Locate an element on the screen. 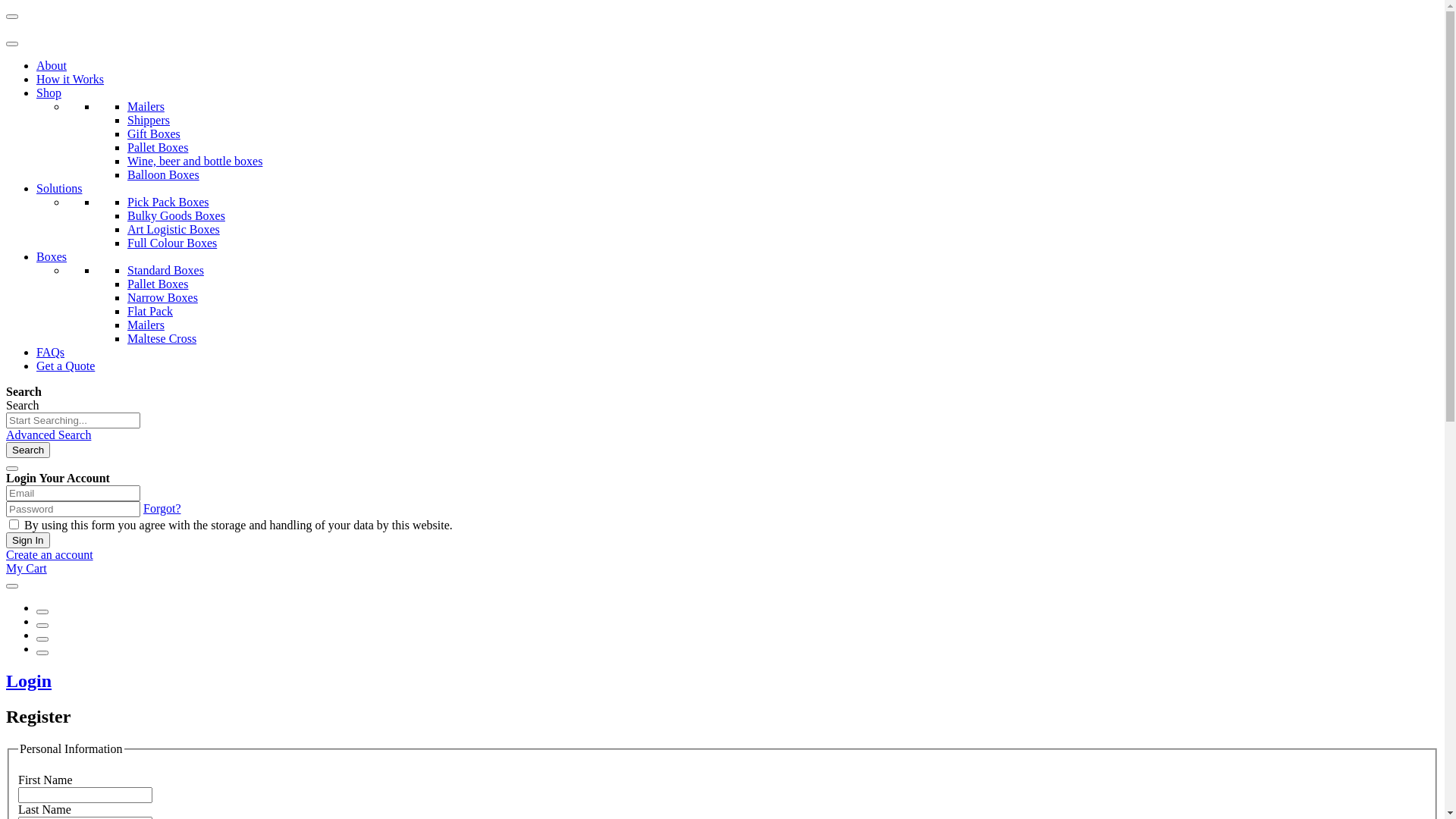  'Login' is located at coordinates (29, 680).